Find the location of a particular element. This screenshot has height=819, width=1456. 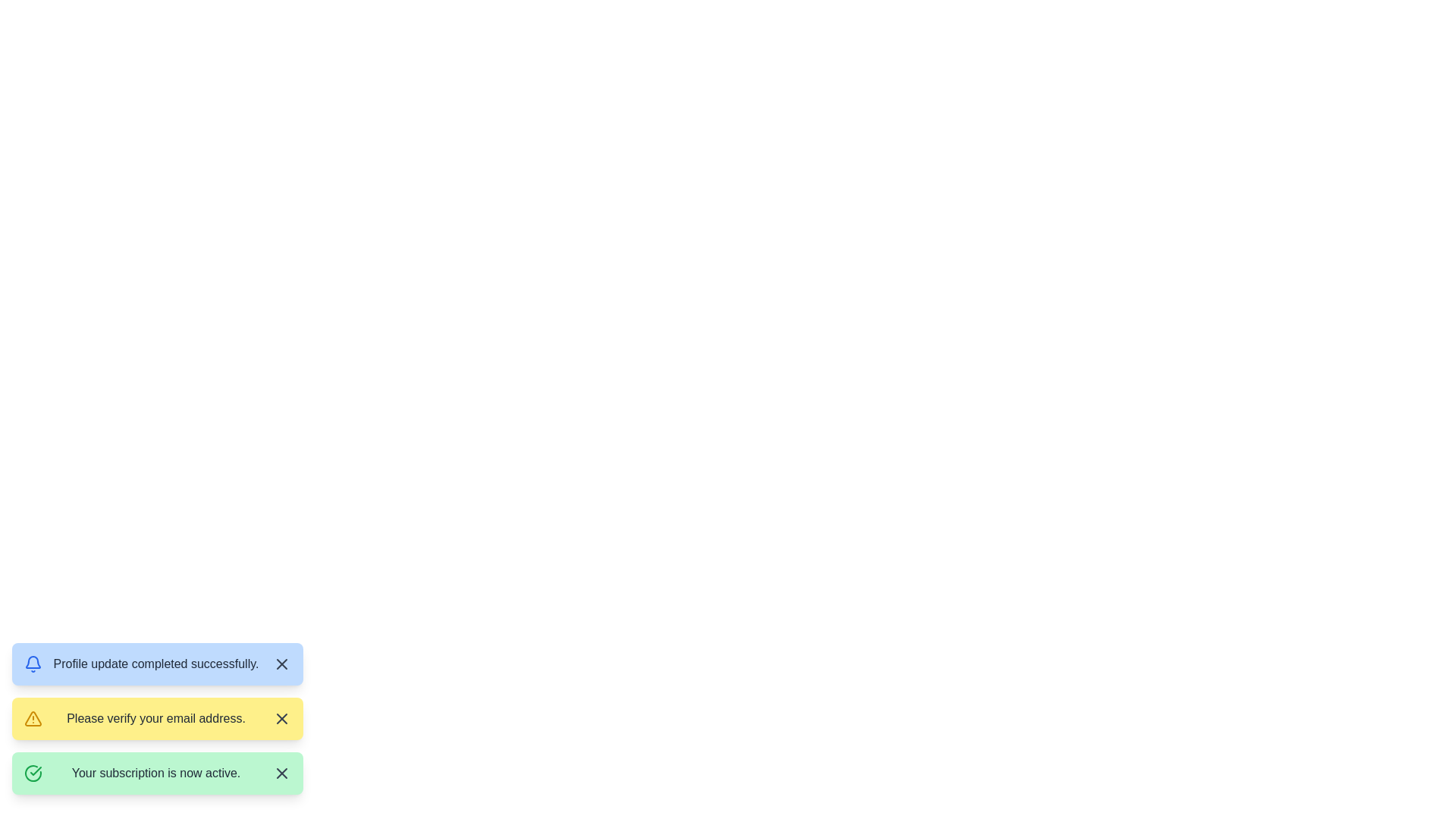

the triangular yellow warning icon with an exclamation mark, located within the yellow alert box that prompts users to verify their email address is located at coordinates (33, 718).